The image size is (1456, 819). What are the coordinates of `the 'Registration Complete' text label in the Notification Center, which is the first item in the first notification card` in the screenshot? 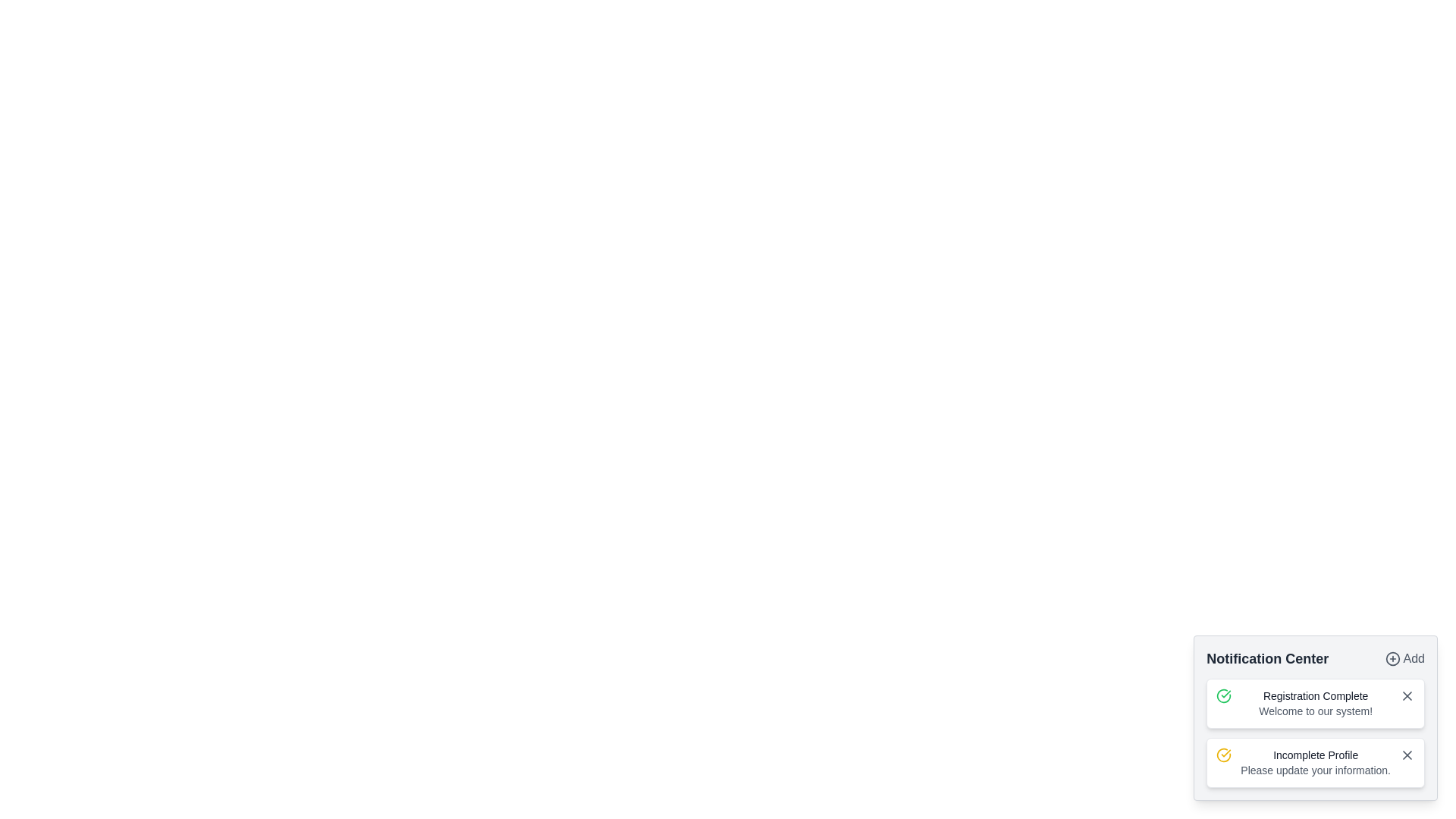 It's located at (1315, 696).